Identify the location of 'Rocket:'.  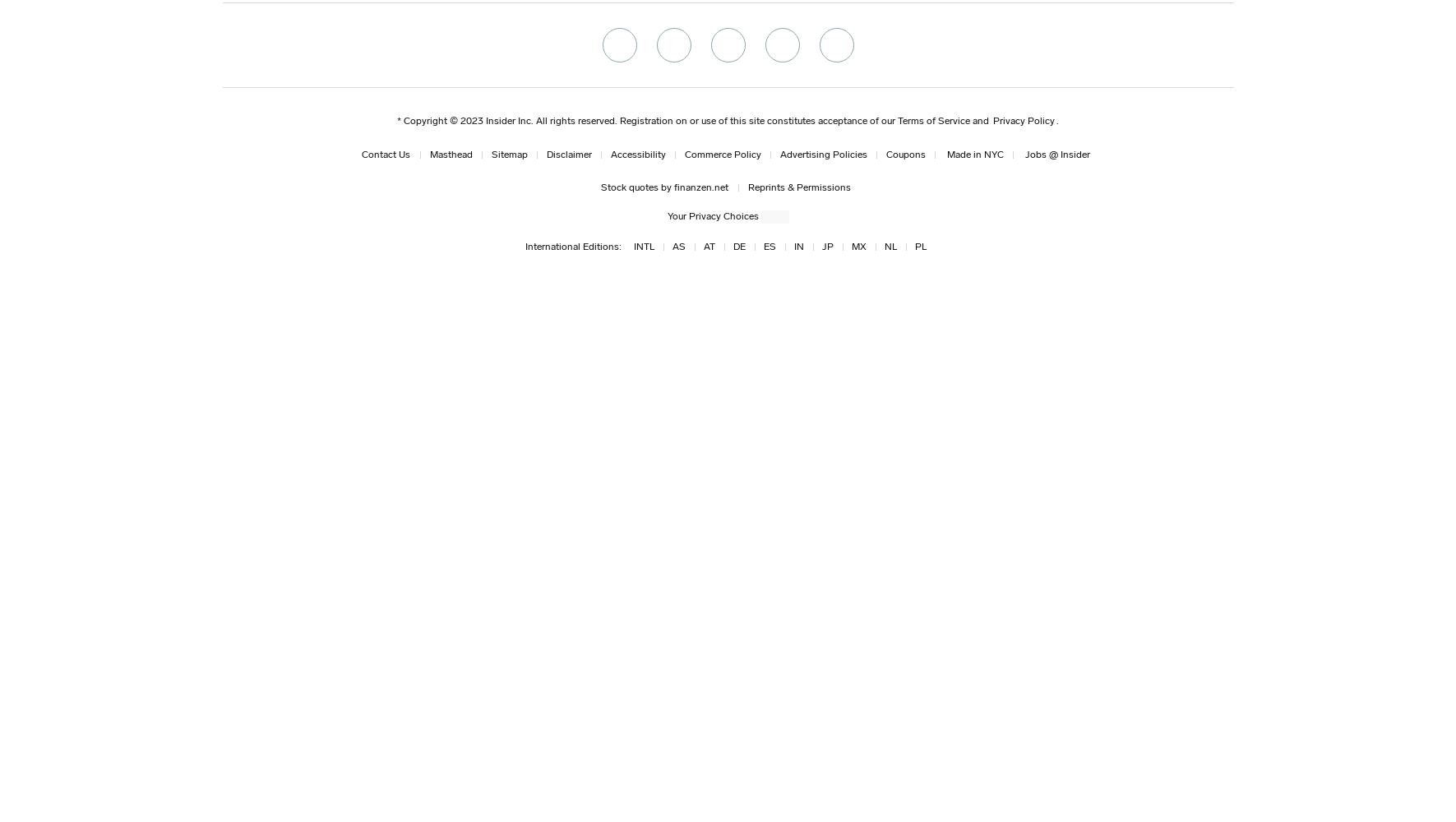
(257, 127).